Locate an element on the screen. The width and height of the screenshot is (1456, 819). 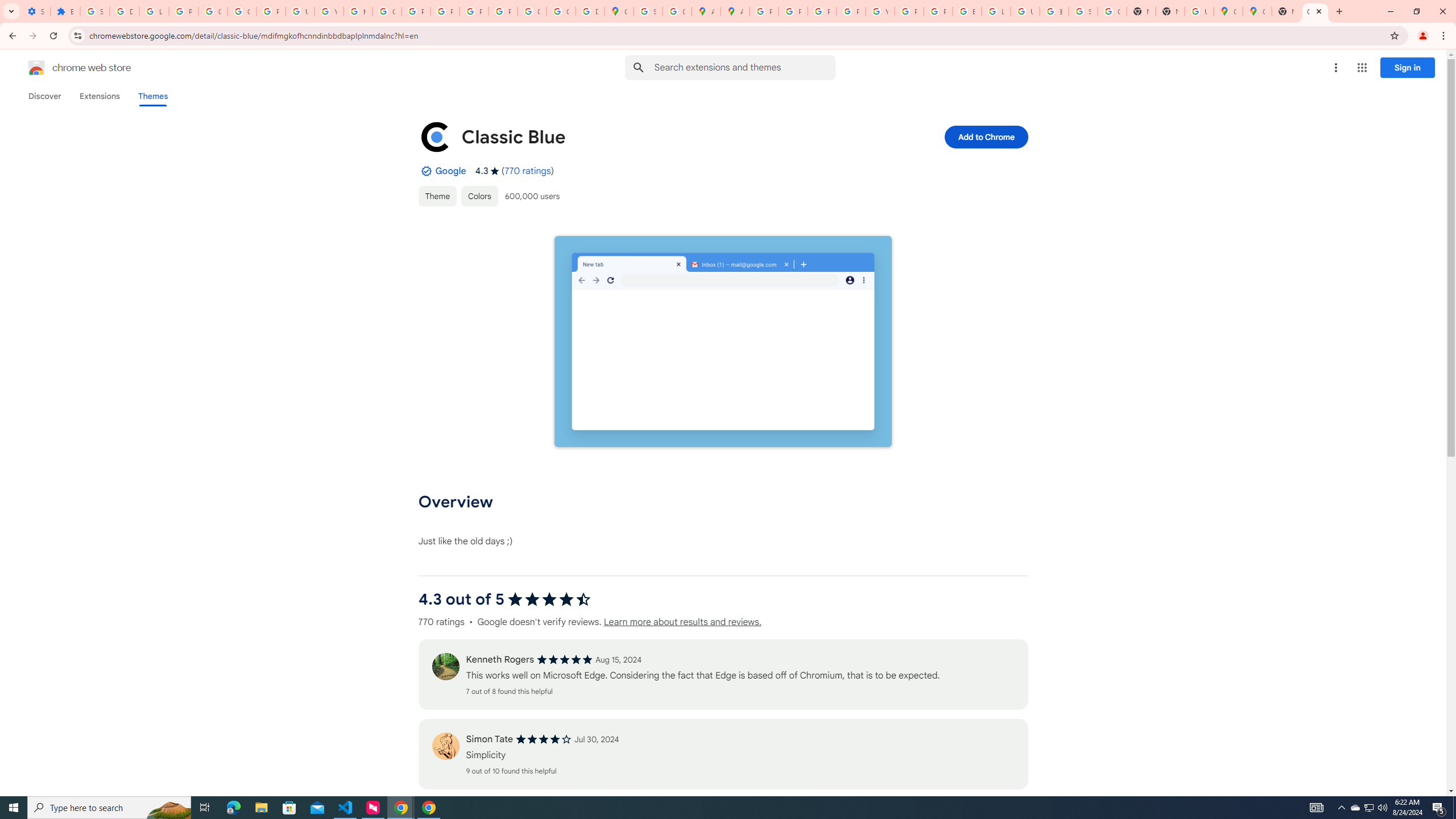
'Delete photos & videos - Computer - Google Photos Help' is located at coordinates (123, 11).